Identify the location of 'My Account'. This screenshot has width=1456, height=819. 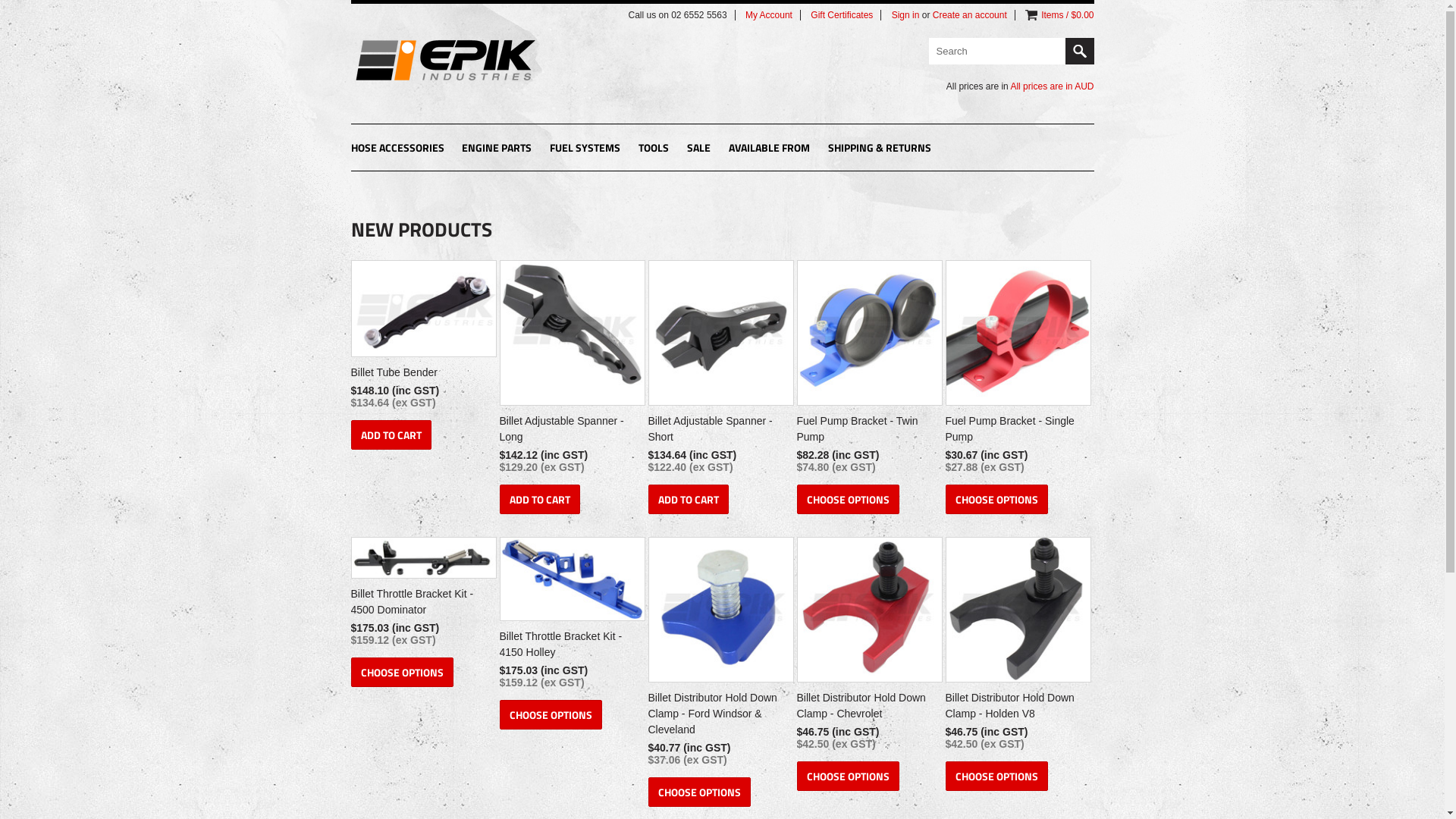
(768, 14).